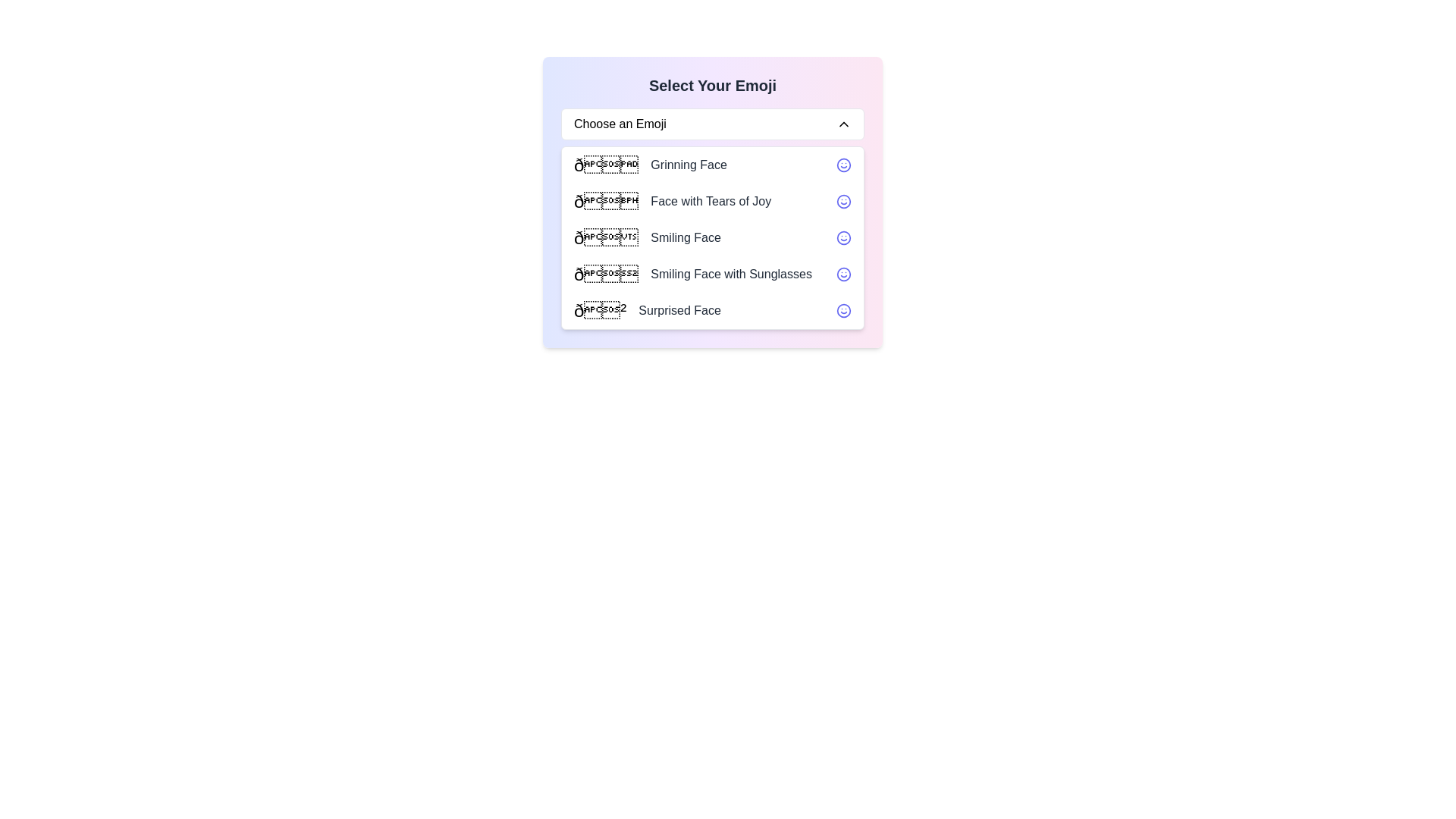 The image size is (1456, 819). What do you see at coordinates (712, 237) in the screenshot?
I see `the third list item labeled 'Smiling Face'` at bounding box center [712, 237].